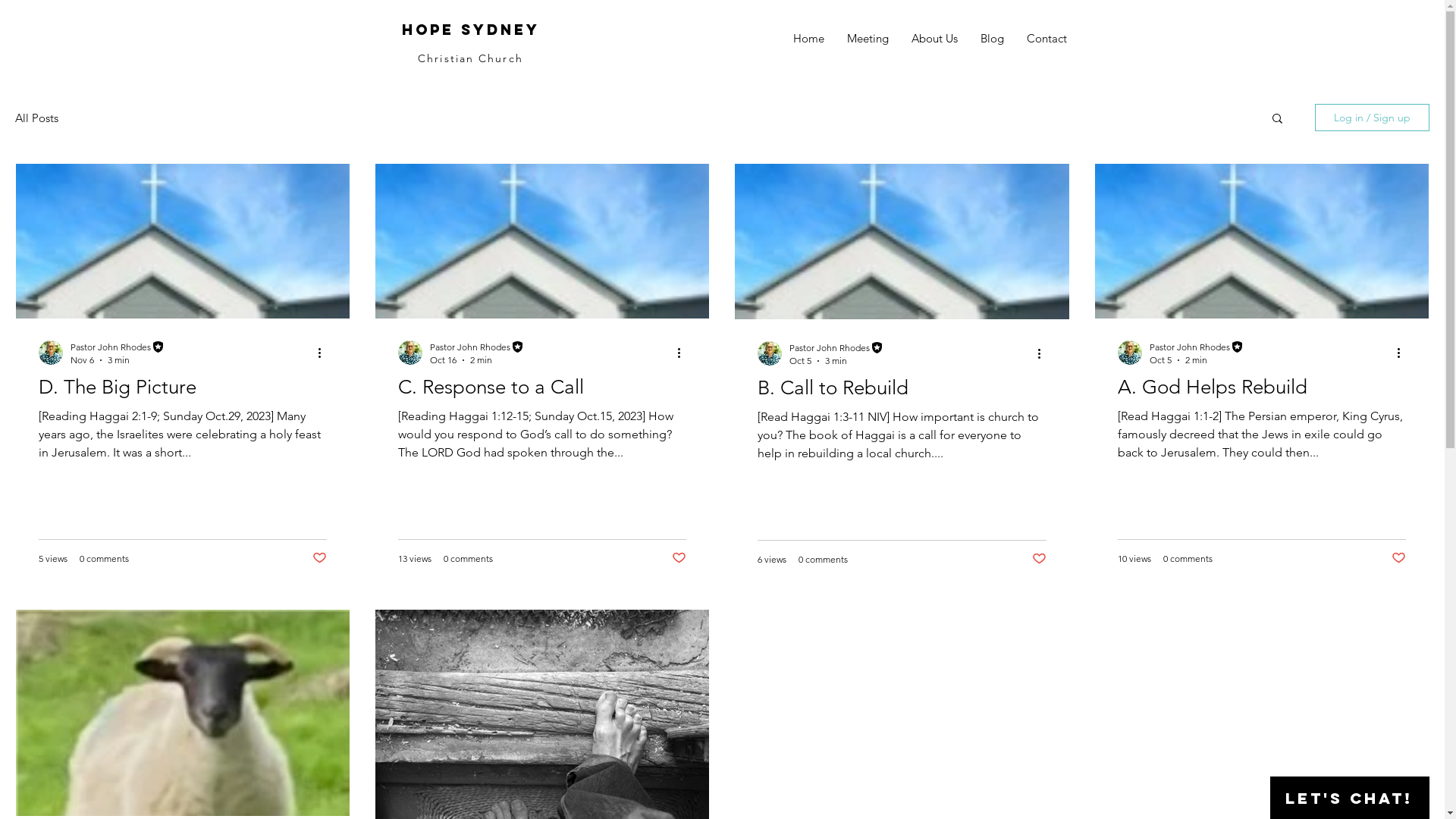 The width and height of the screenshot is (1456, 819). I want to click on 'Log in / Sign up', so click(1313, 116).